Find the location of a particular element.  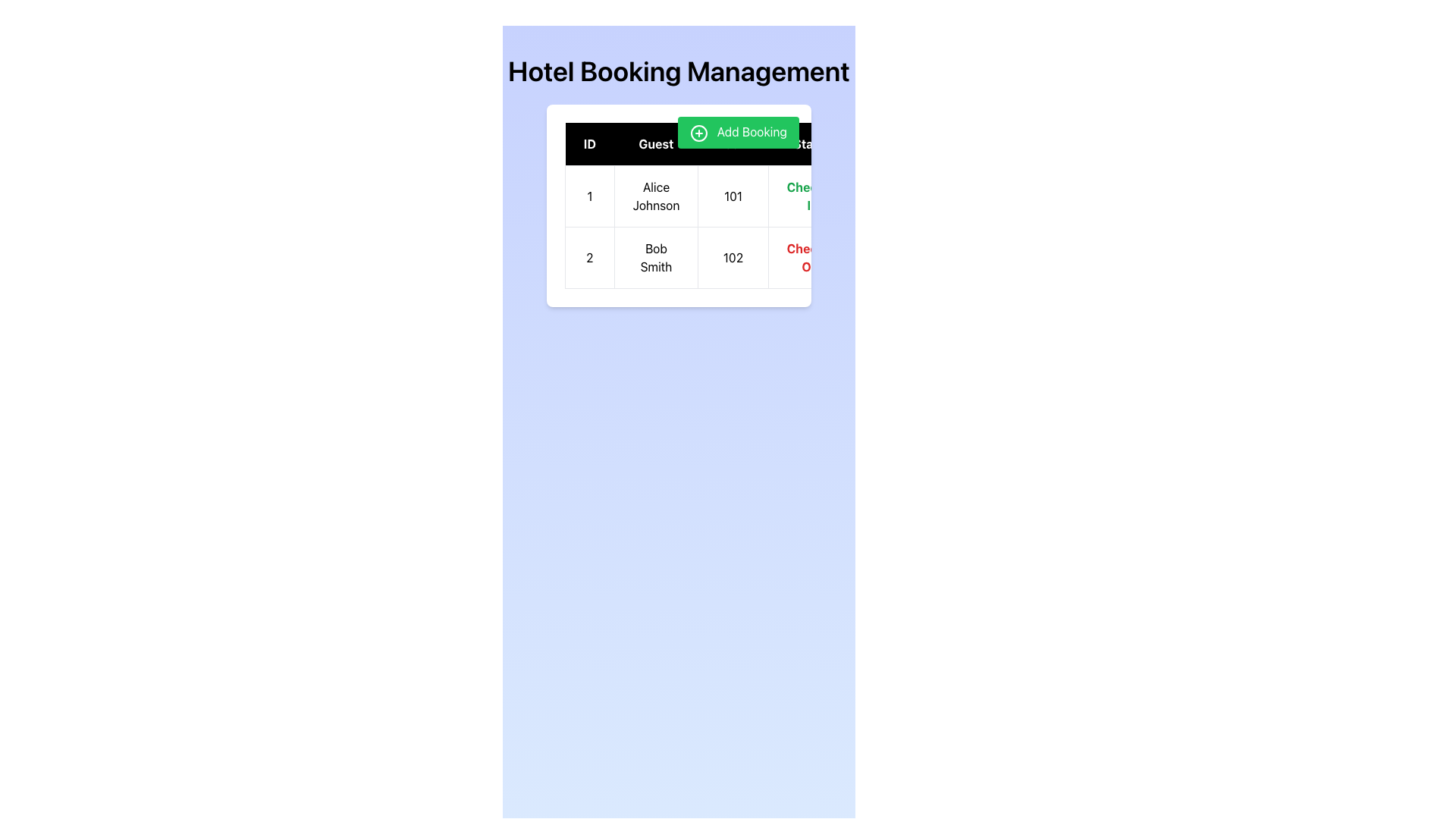

labels of the table header which includes 'ID', 'Guest', 'Room', 'Status', and 'Amount', styled with a black background and white text color is located at coordinates (753, 144).